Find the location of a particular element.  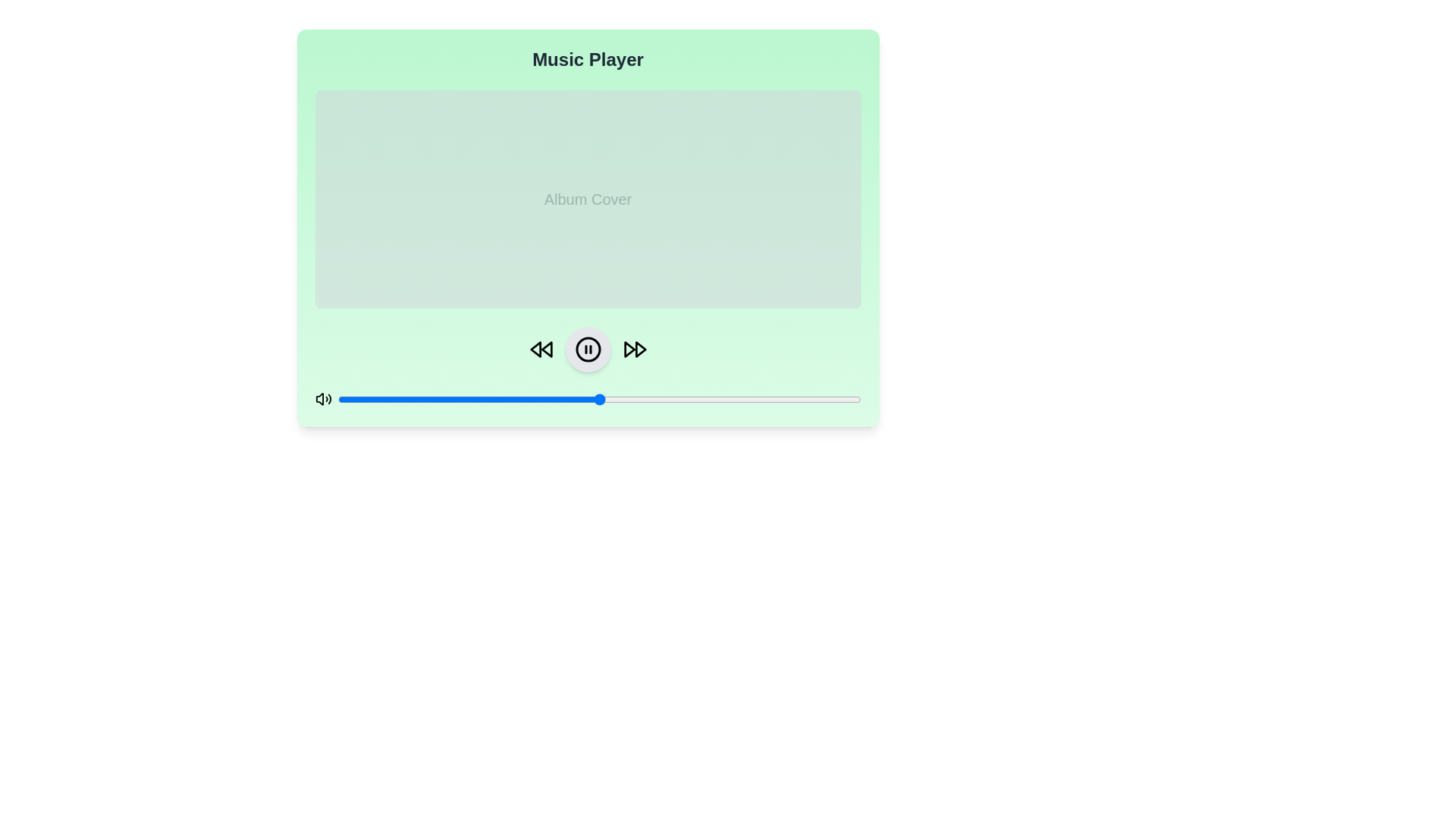

the slider position is located at coordinates (479, 399).